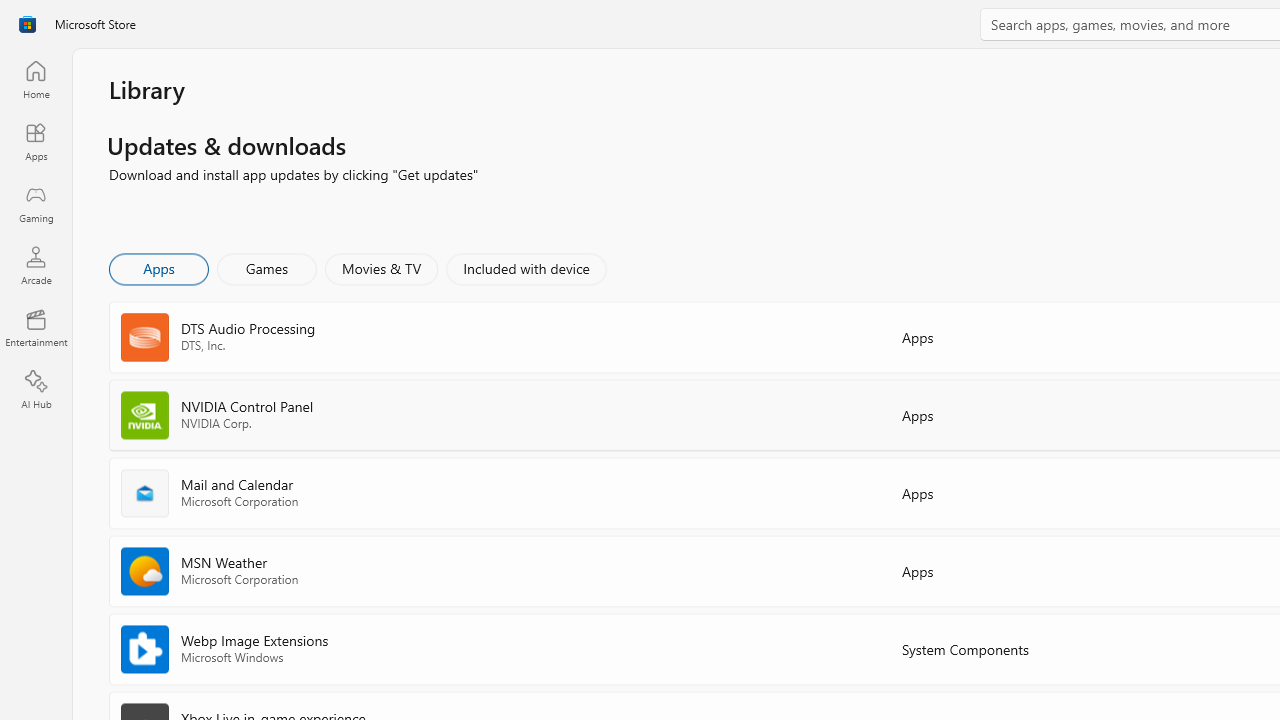  Describe the element at coordinates (266, 267) in the screenshot. I see `'Games'` at that location.